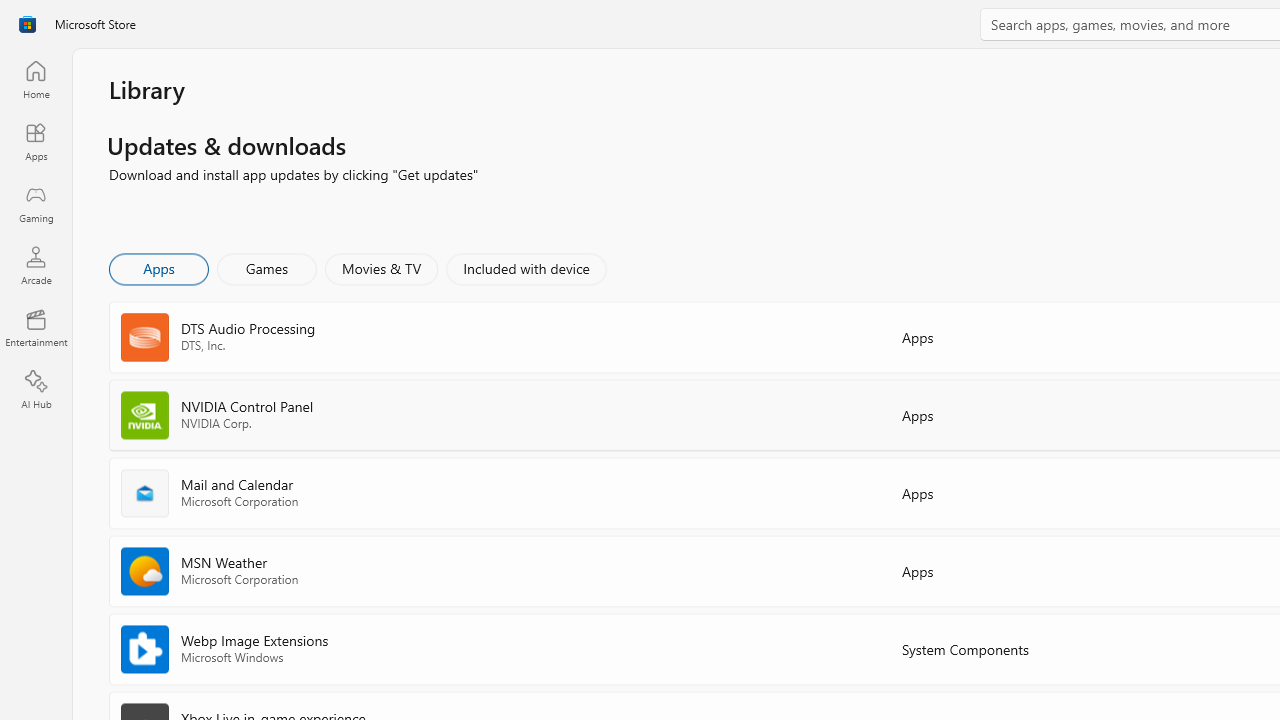  Describe the element at coordinates (266, 267) in the screenshot. I see `'Games'` at that location.